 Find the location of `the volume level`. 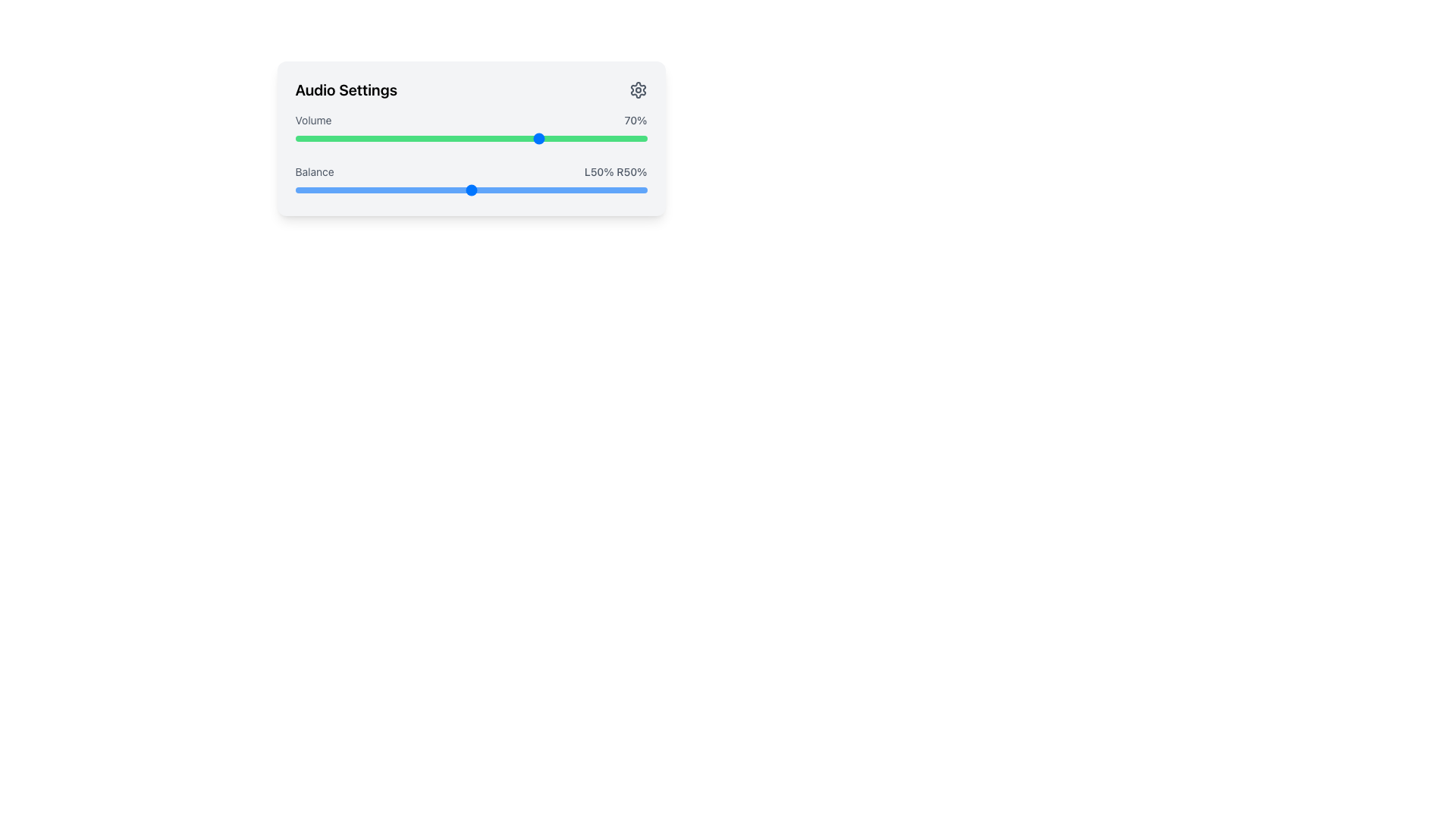

the volume level is located at coordinates (562, 138).